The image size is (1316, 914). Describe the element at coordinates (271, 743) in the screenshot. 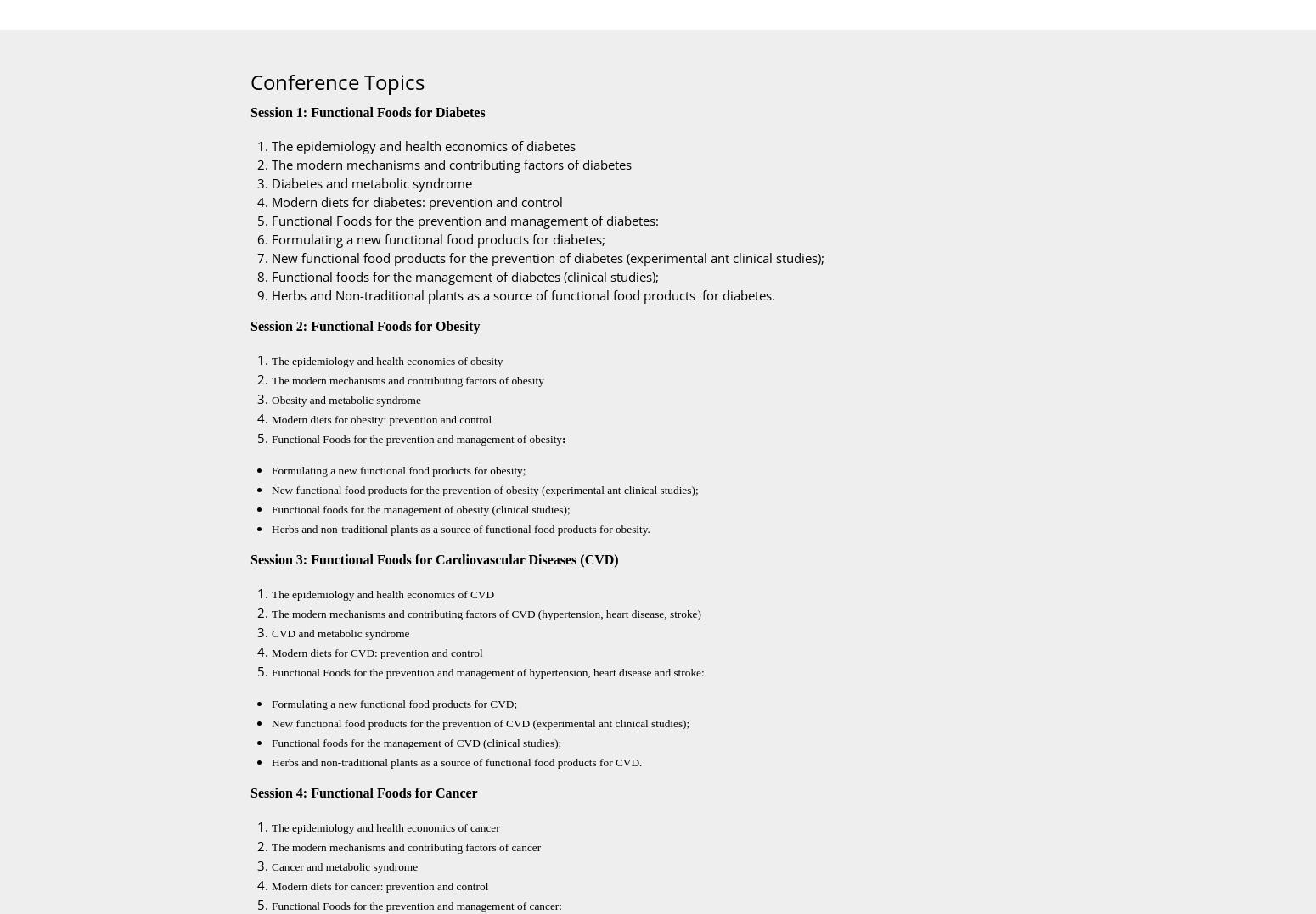

I see `'Functional foods for the management of CVD (clinical studies);'` at that location.